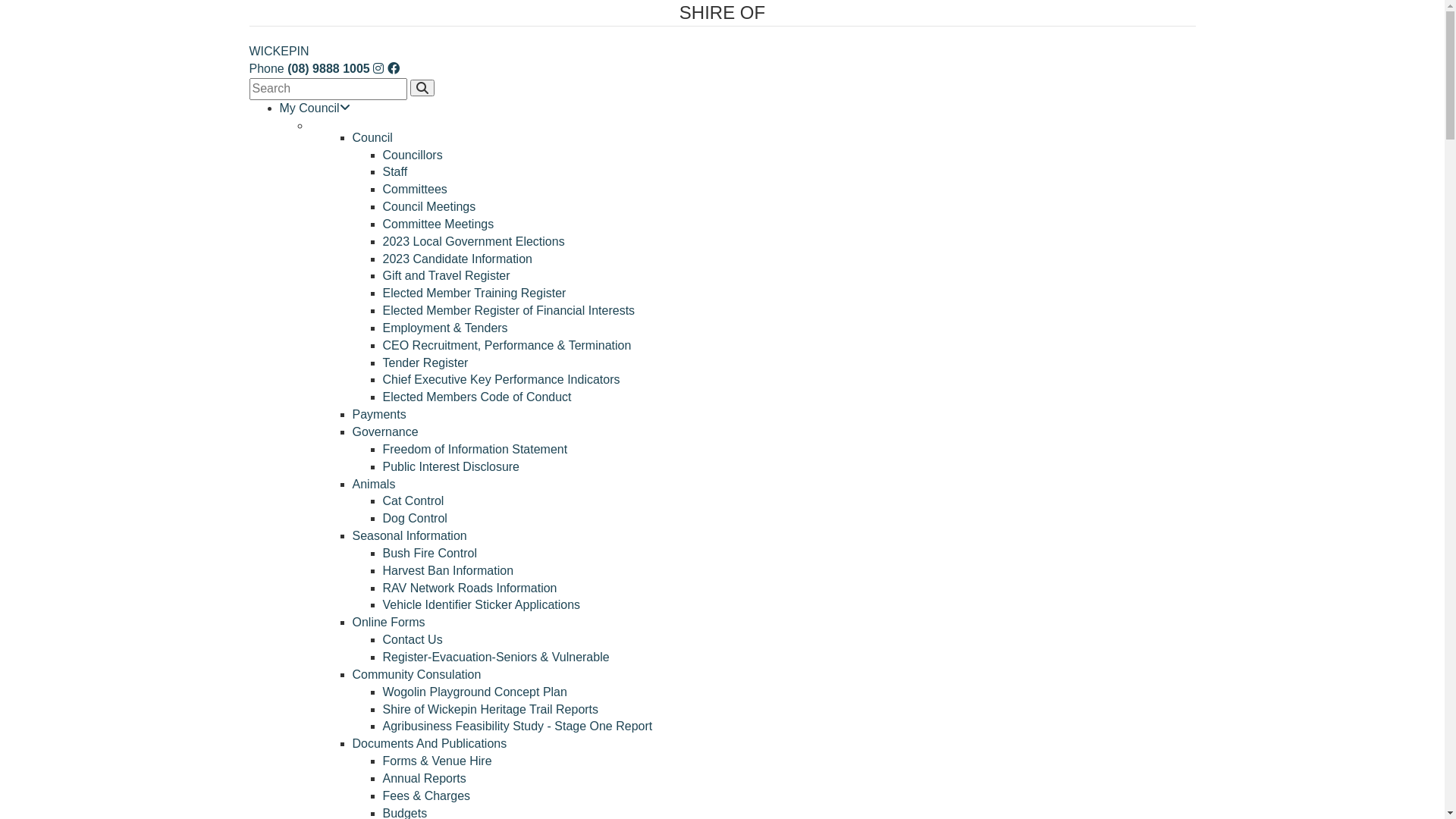 Image resolution: width=1456 pixels, height=819 pixels. What do you see at coordinates (506, 345) in the screenshot?
I see `'CEO Recruitment, Performance & Termination'` at bounding box center [506, 345].